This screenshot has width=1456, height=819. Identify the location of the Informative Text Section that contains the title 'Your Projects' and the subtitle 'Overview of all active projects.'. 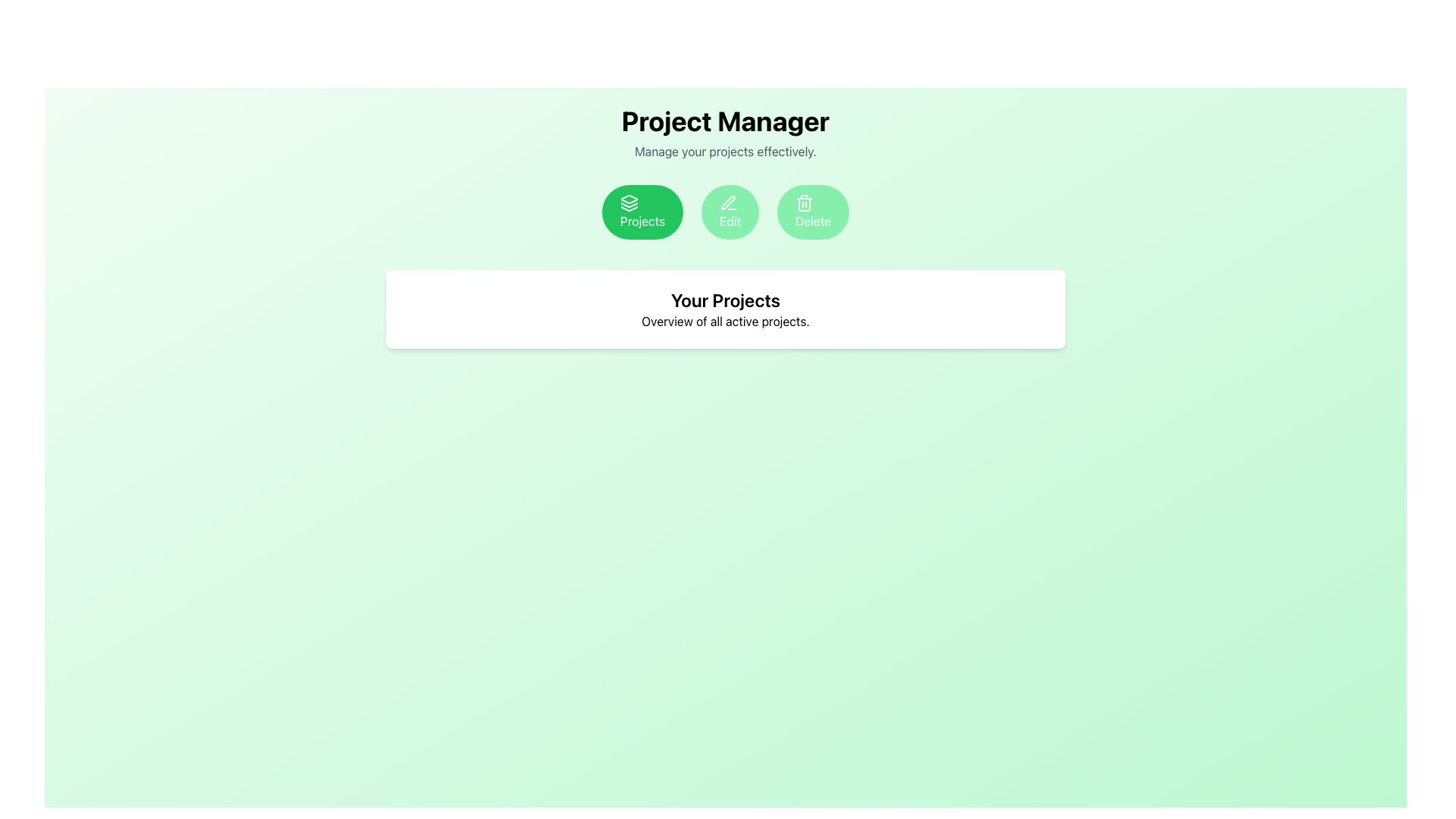
(724, 309).